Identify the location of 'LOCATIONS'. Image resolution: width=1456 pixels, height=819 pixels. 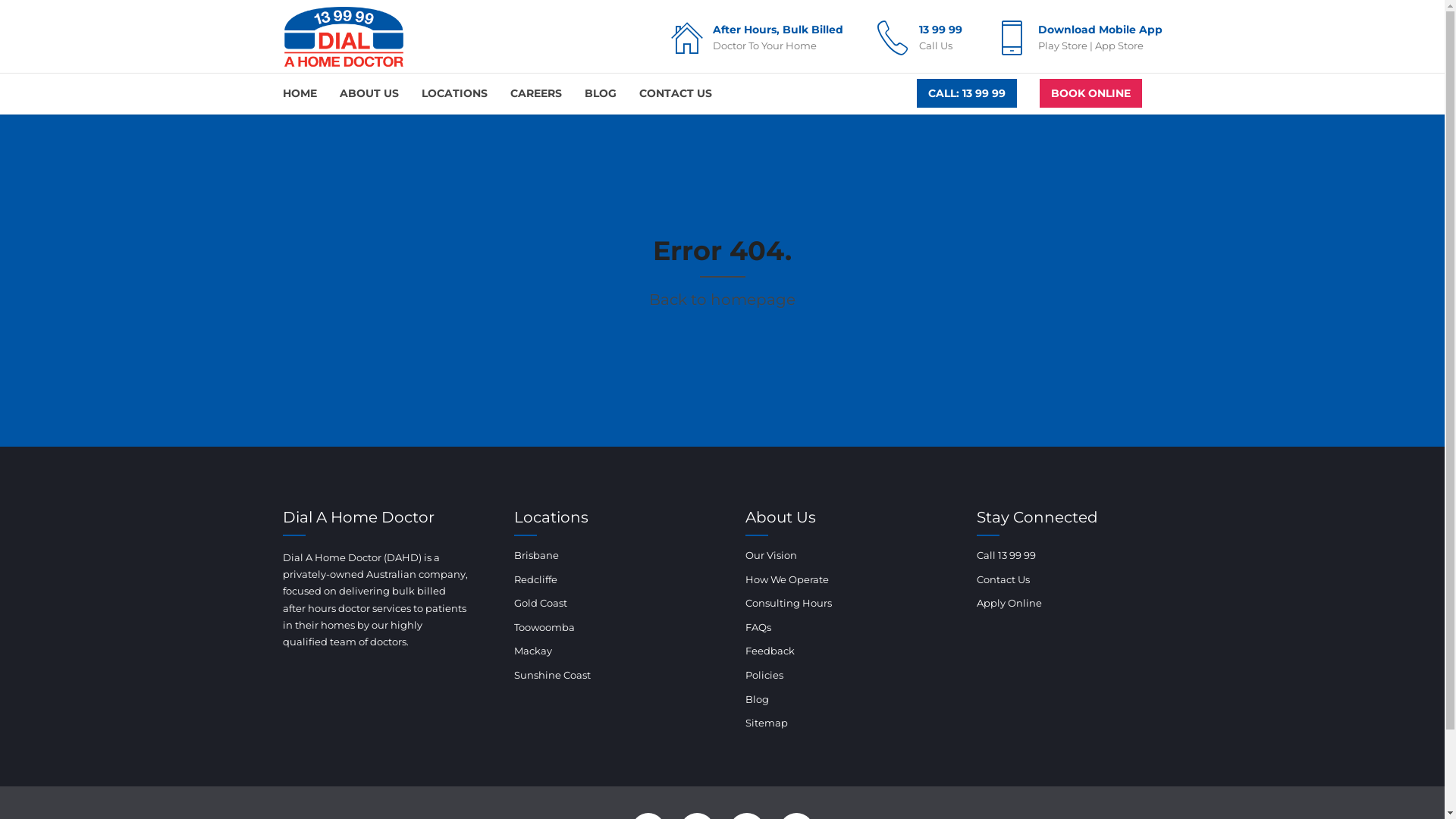
(453, 93).